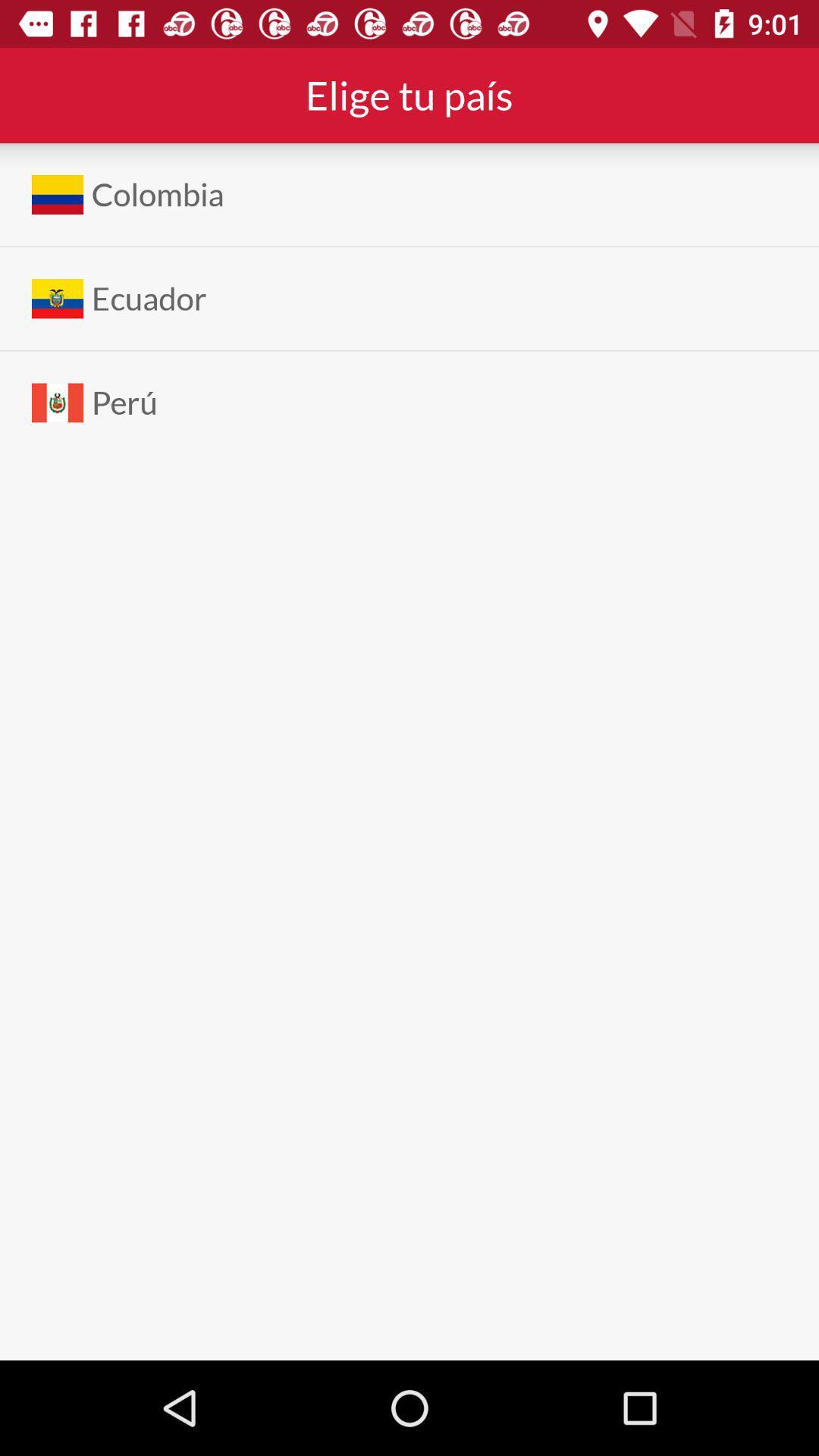 Image resolution: width=819 pixels, height=1456 pixels. What do you see at coordinates (149, 299) in the screenshot?
I see `the ecuador` at bounding box center [149, 299].